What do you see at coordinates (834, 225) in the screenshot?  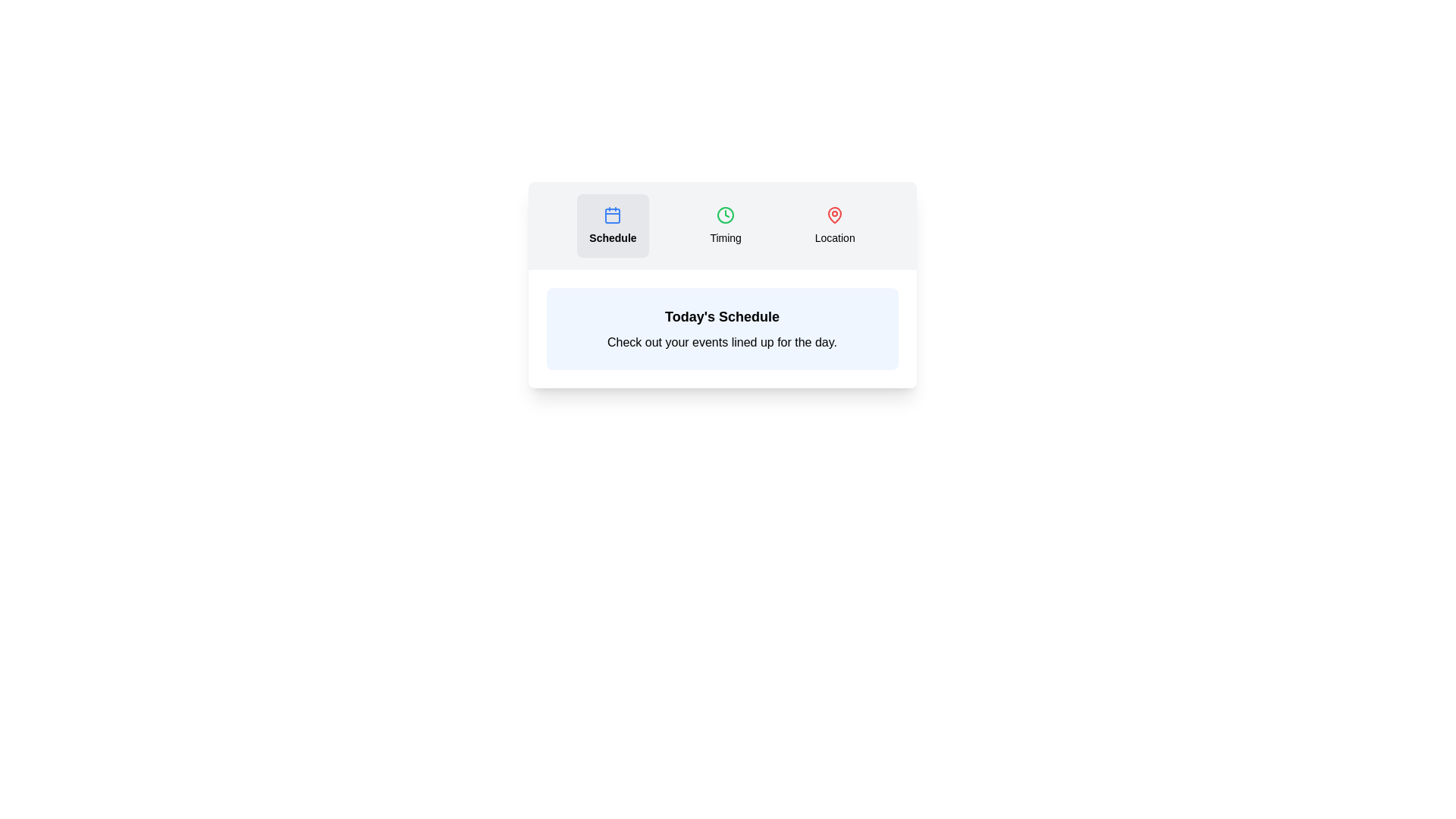 I see `the tab button labeled Location` at bounding box center [834, 225].